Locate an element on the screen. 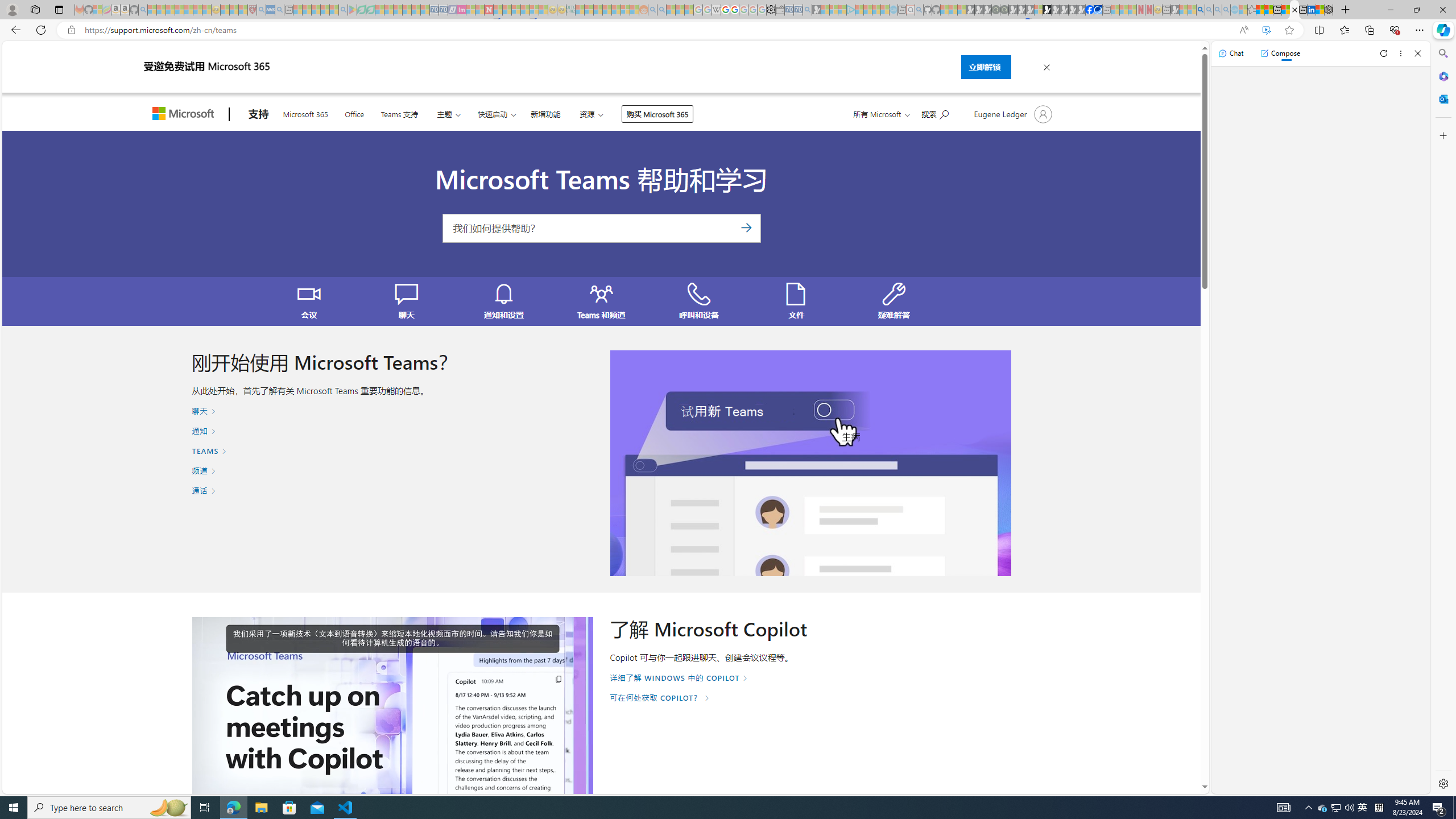  'LinkedIn' is located at coordinates (1312, 9).